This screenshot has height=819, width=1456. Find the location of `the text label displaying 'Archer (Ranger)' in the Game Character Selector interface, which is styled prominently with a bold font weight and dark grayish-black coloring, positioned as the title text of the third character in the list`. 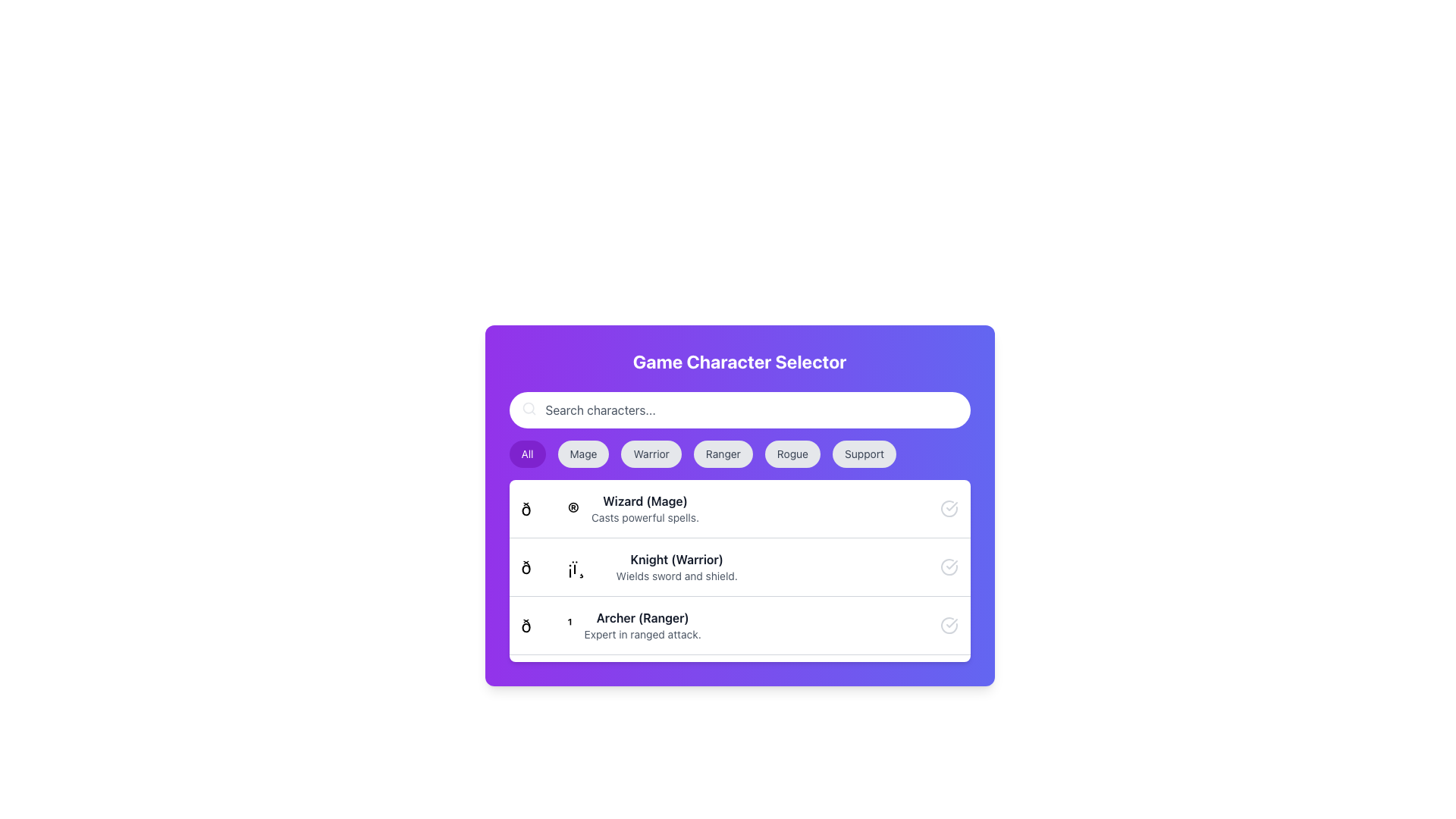

the text label displaying 'Archer (Ranger)' in the Game Character Selector interface, which is styled prominently with a bold font weight and dark grayish-black coloring, positioned as the title text of the third character in the list is located at coordinates (642, 617).